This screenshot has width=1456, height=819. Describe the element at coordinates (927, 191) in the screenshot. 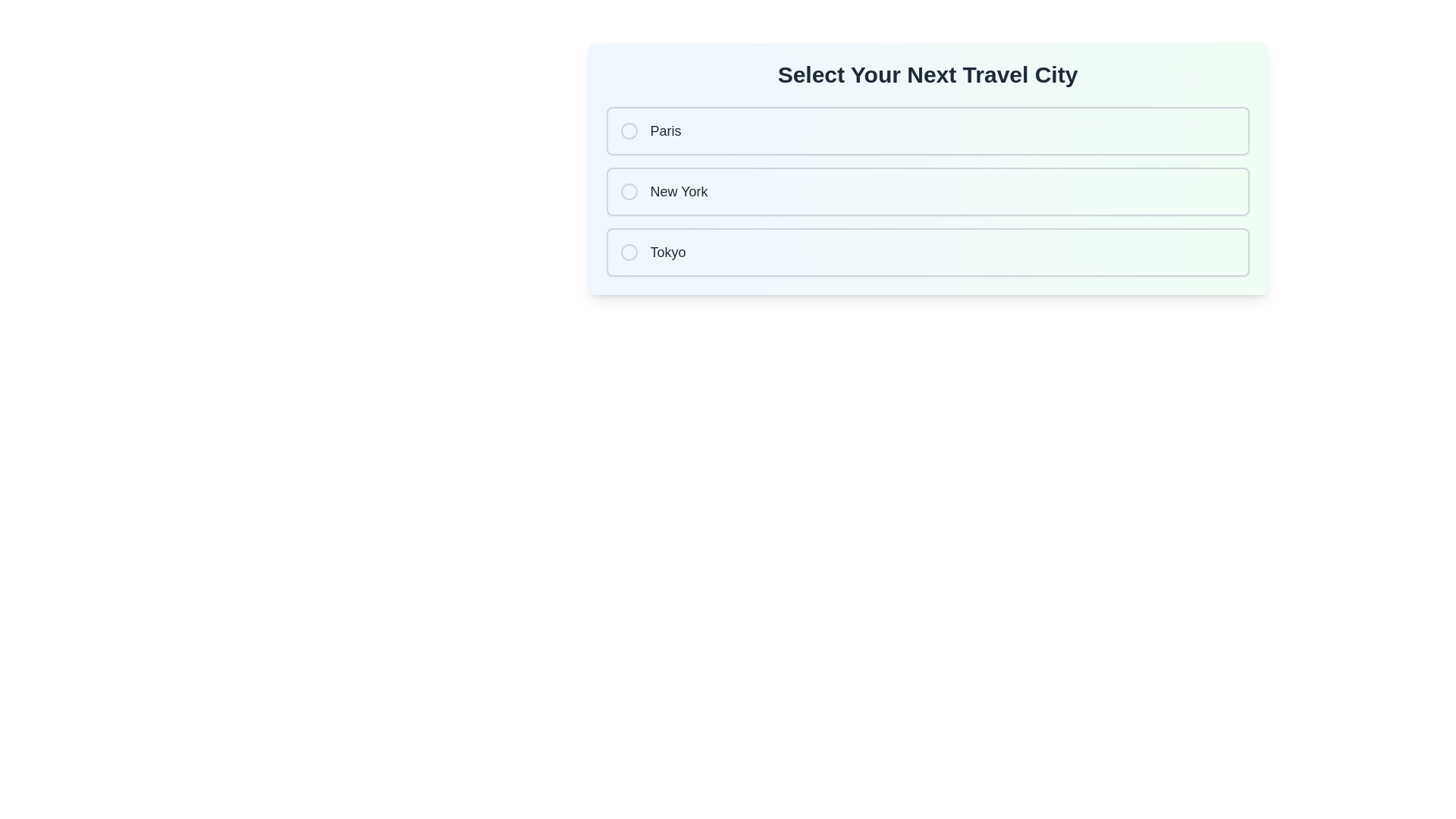

I see `the radiogroup containing the options 'Paris', 'New York', and 'Tokyo' for visual feedback` at that location.